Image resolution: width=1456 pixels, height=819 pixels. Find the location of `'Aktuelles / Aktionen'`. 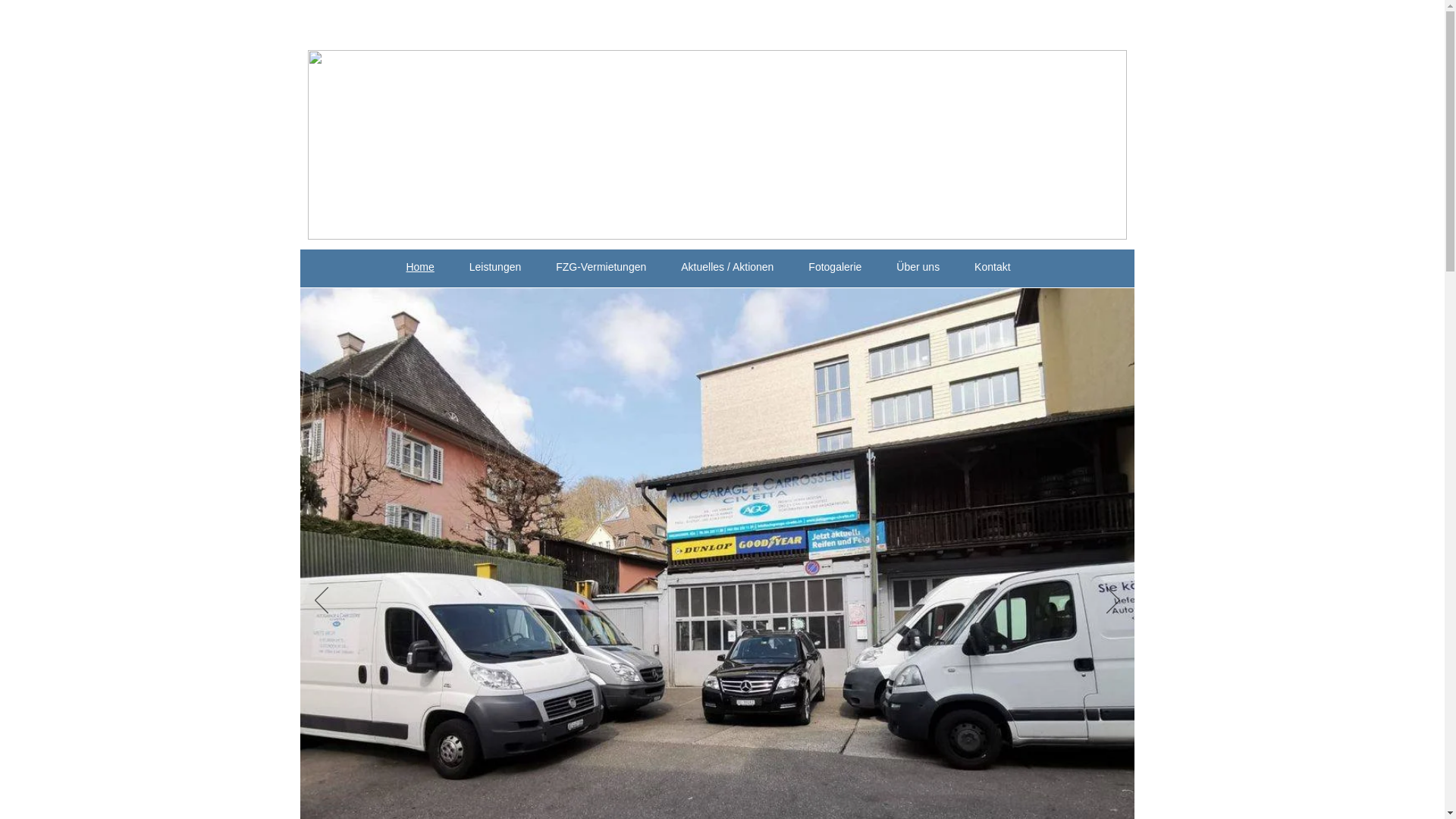

'Aktuelles / Aktionen' is located at coordinates (726, 265).